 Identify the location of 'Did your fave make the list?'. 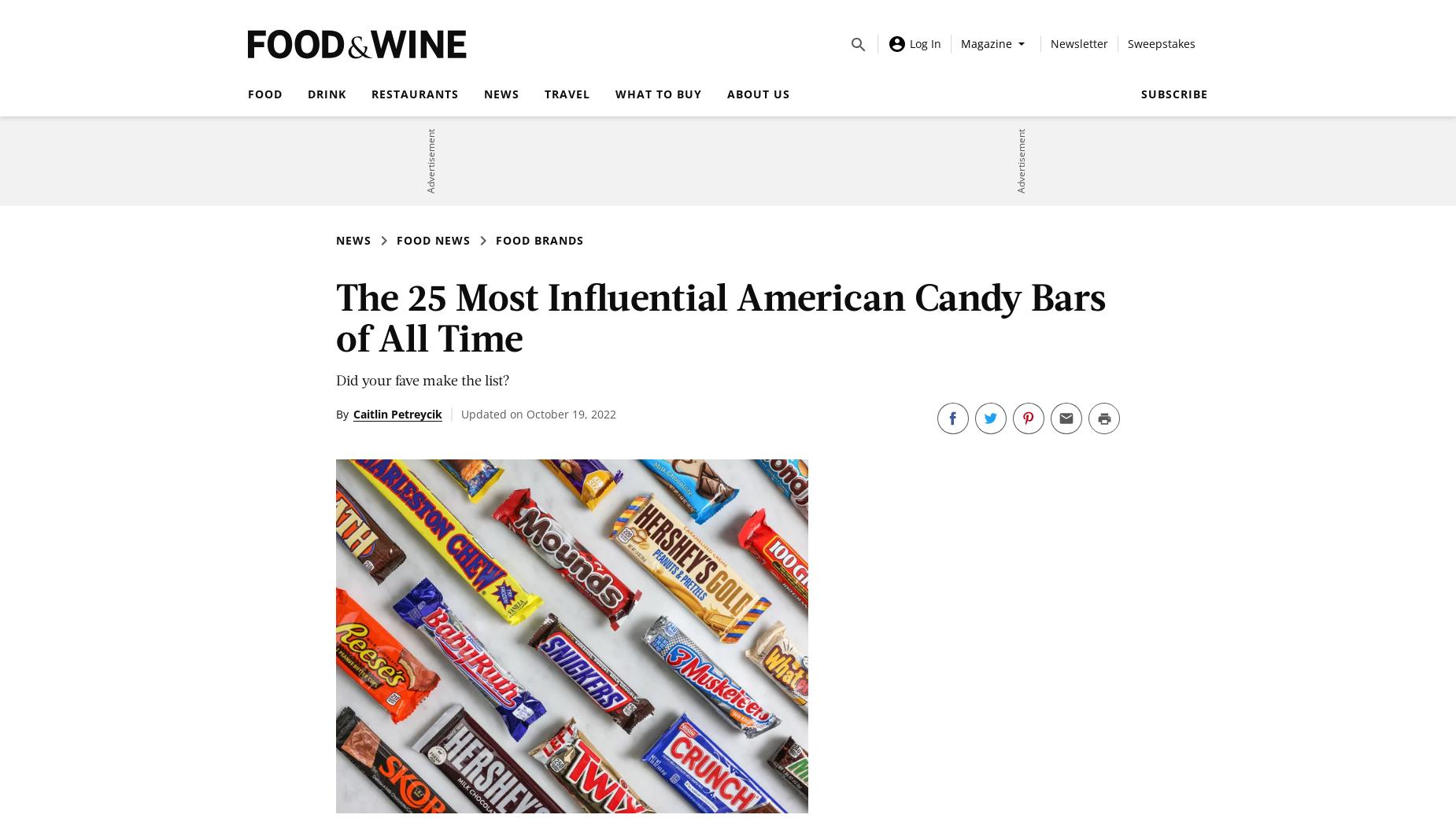
(423, 378).